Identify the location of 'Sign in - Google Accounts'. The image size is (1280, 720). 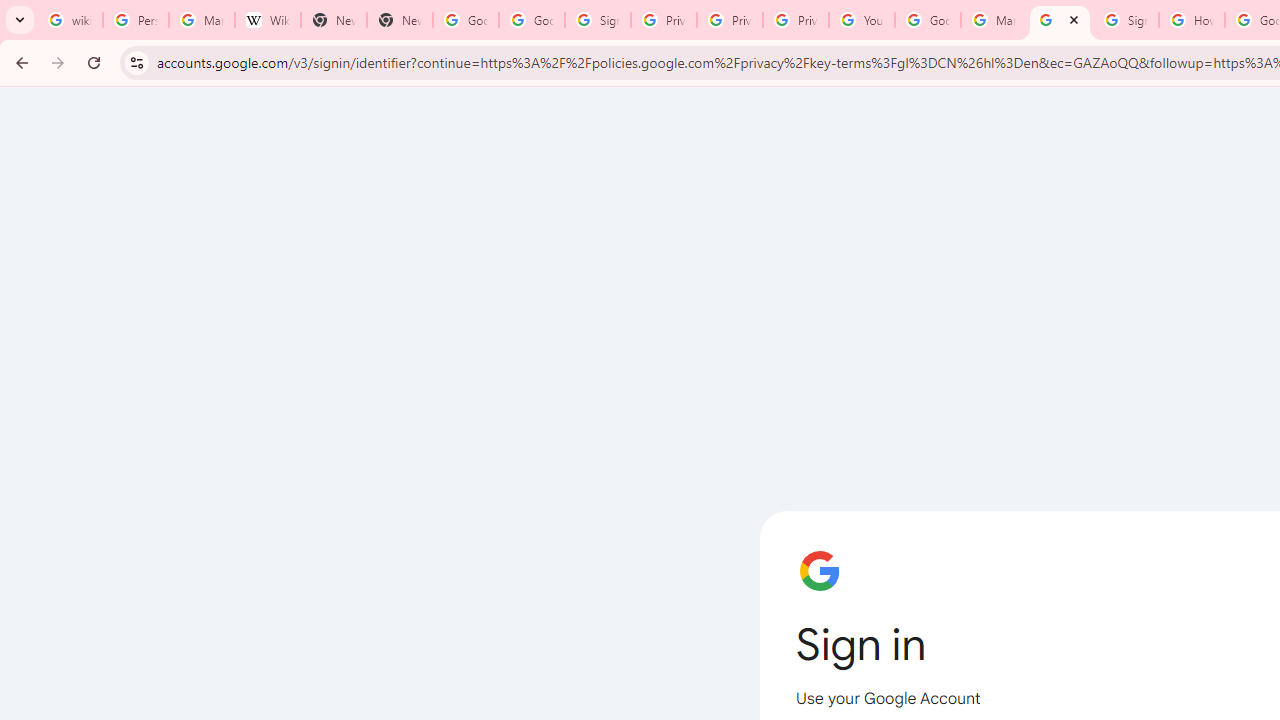
(1125, 20).